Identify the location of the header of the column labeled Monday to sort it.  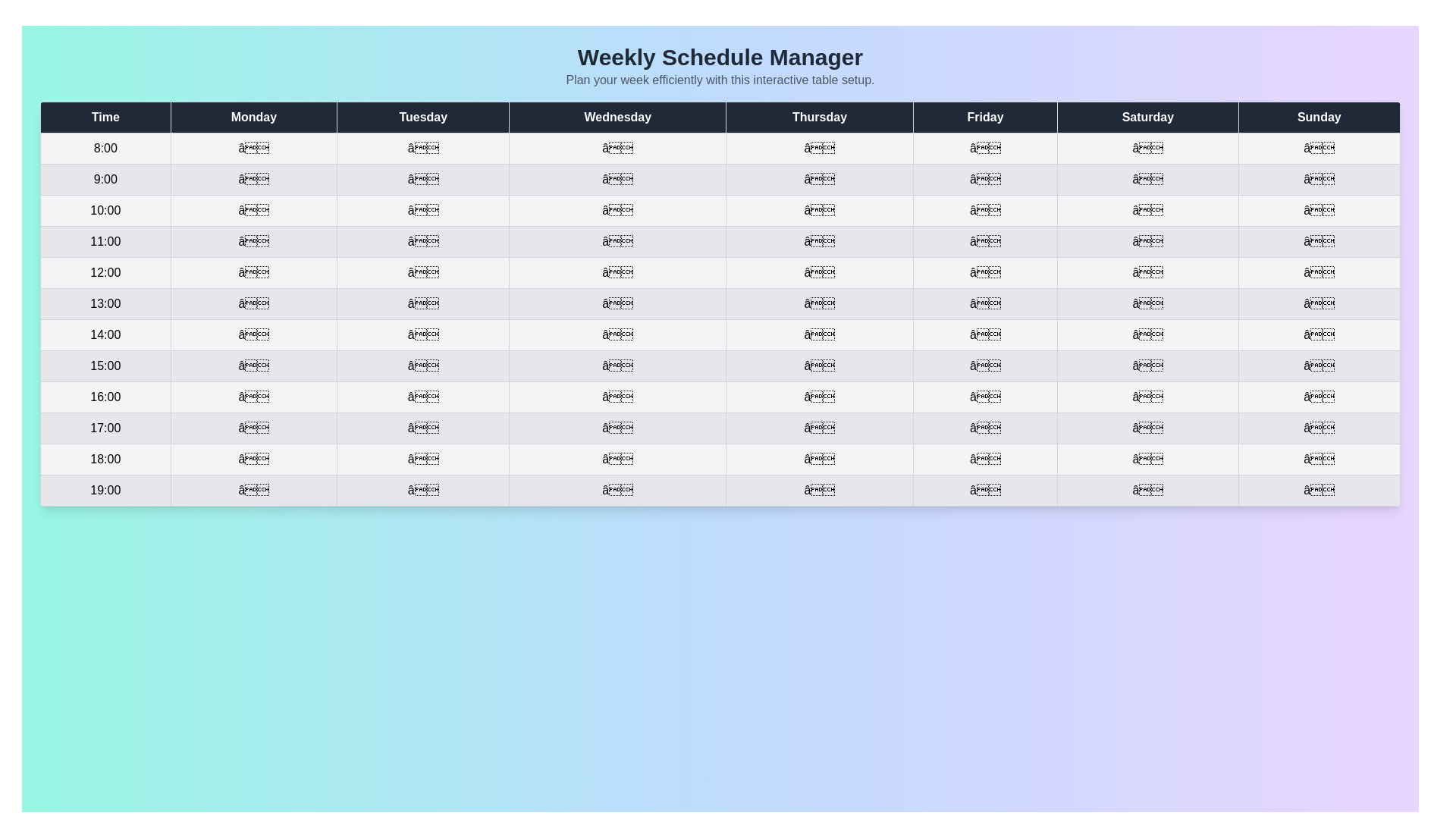
(253, 116).